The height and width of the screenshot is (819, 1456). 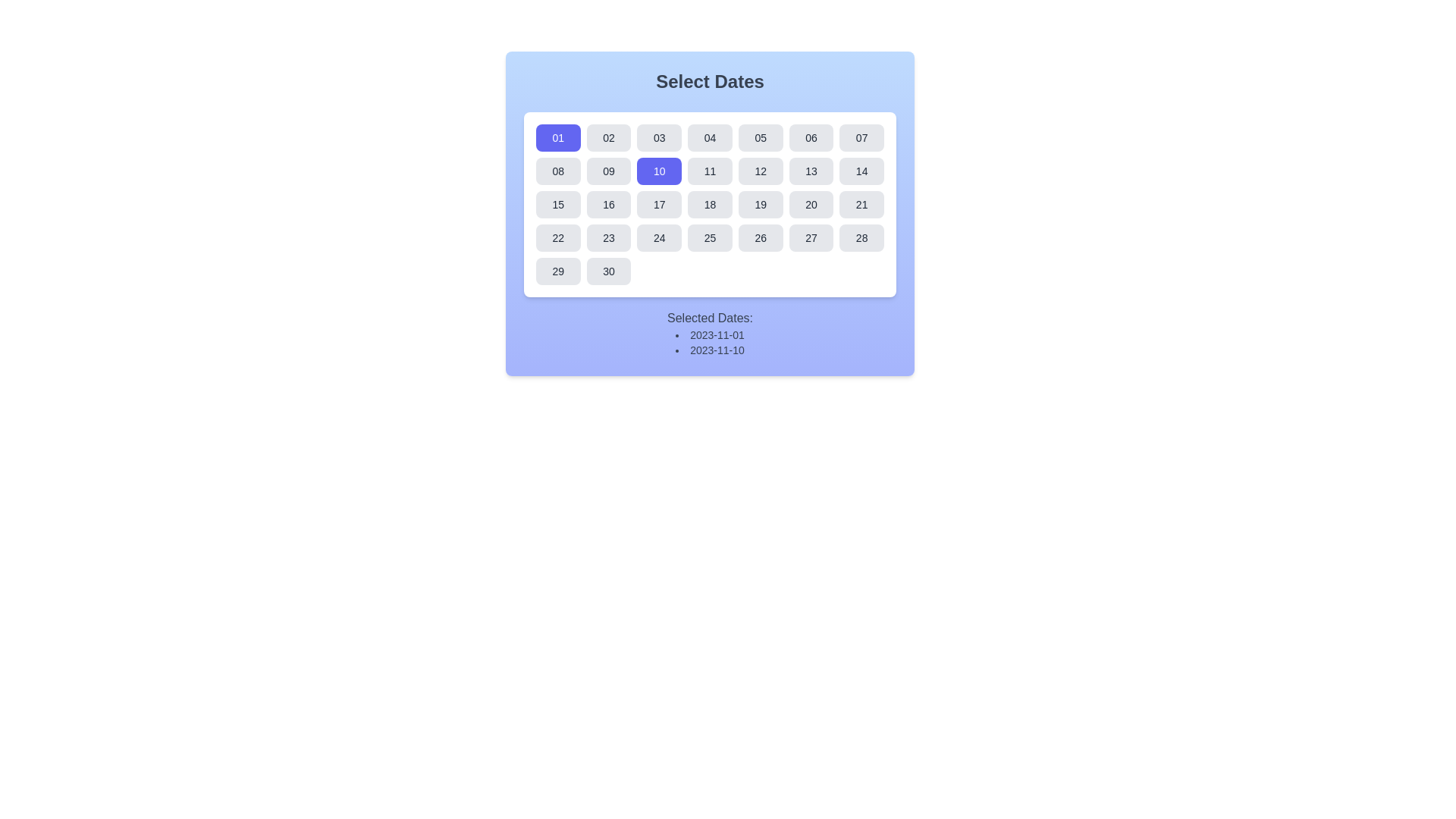 I want to click on the button labeled '07', so click(x=861, y=137).